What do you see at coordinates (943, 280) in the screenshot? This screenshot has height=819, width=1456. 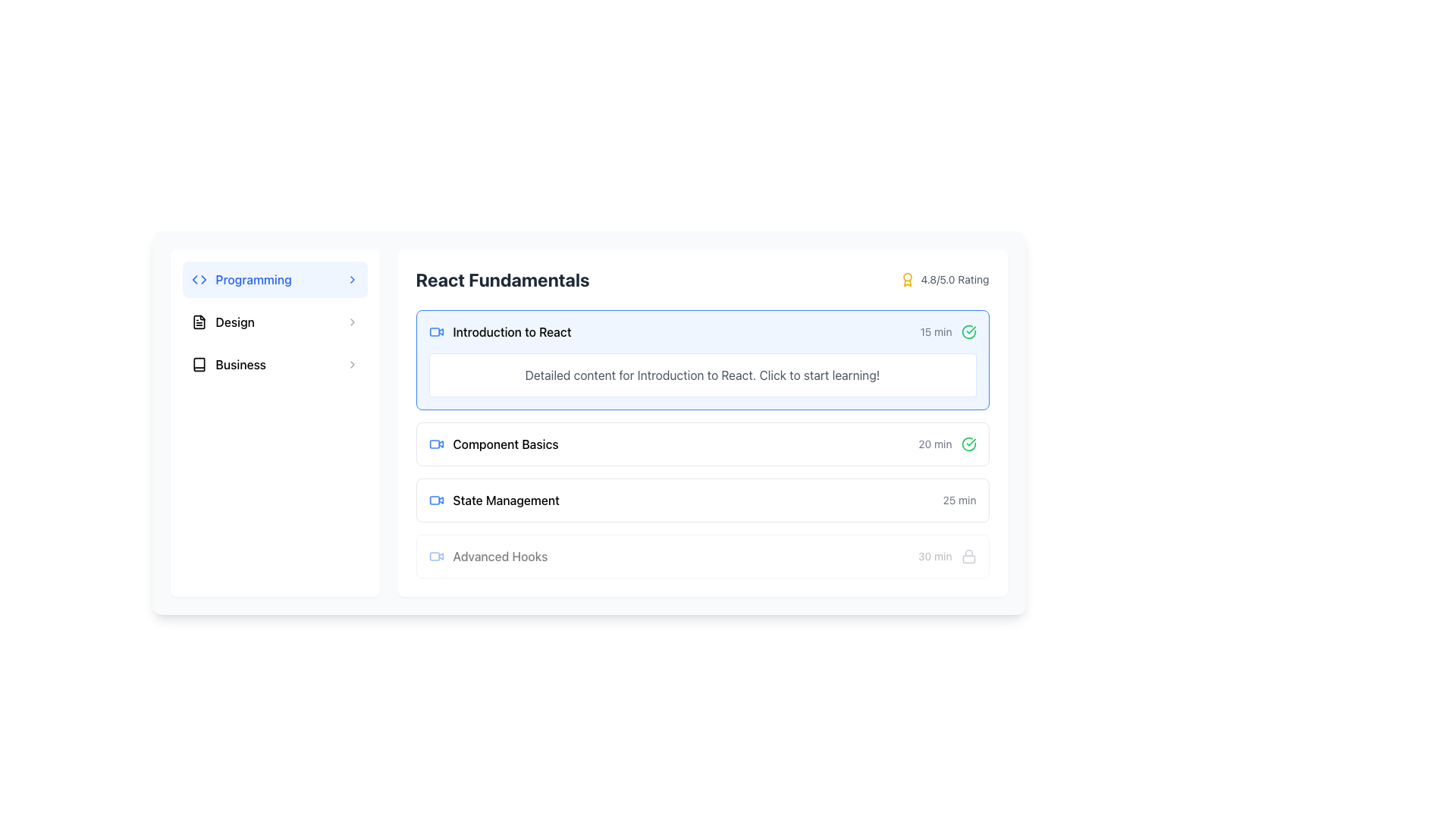 I see `the static text element displaying '4.8/5.0 Rating' with a yellow award icon, located in the 'React Fundamentals' block near the top right corner` at bounding box center [943, 280].